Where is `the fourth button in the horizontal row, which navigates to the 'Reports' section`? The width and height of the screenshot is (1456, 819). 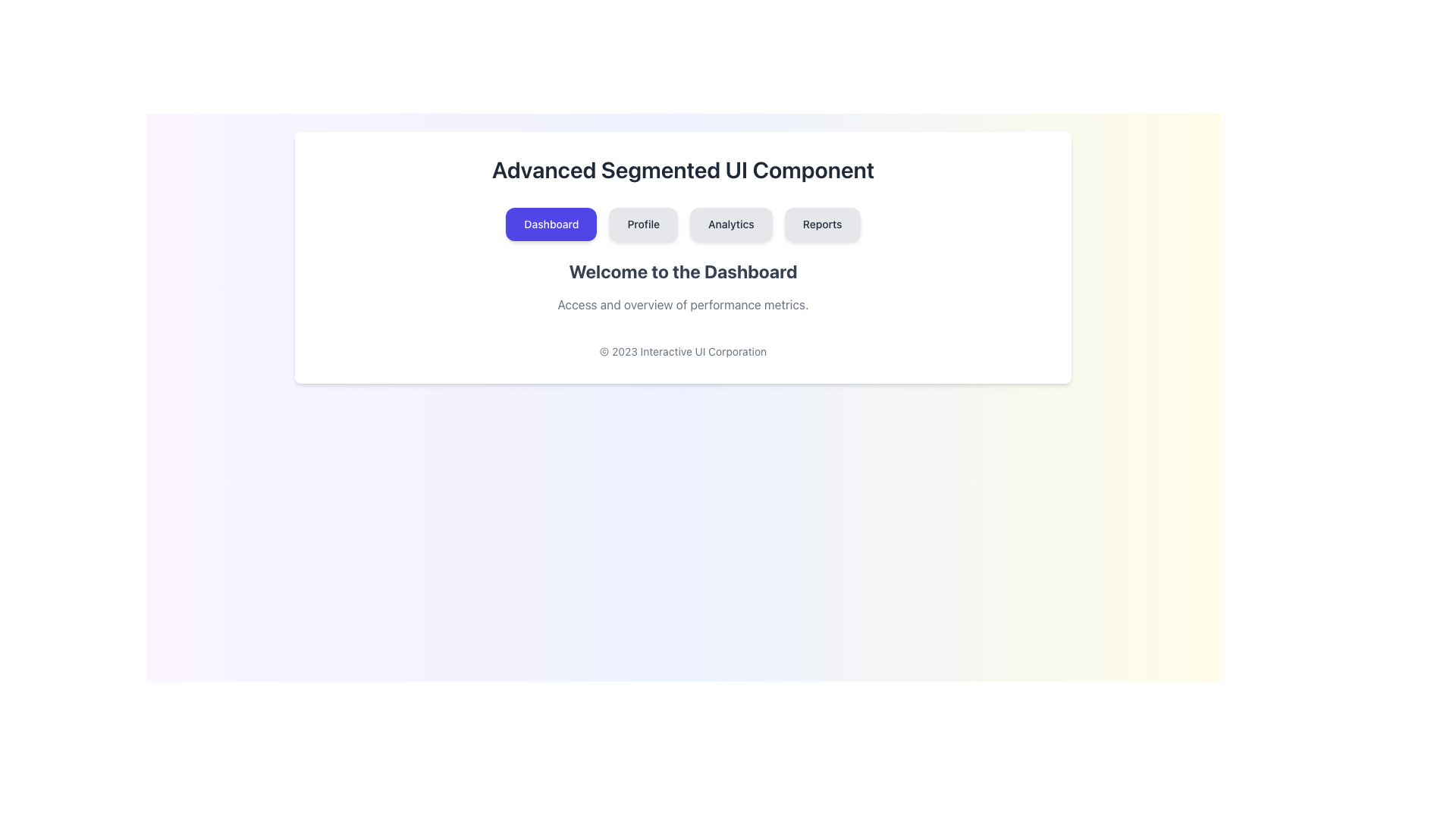
the fourth button in the horizontal row, which navigates to the 'Reports' section is located at coordinates (821, 224).